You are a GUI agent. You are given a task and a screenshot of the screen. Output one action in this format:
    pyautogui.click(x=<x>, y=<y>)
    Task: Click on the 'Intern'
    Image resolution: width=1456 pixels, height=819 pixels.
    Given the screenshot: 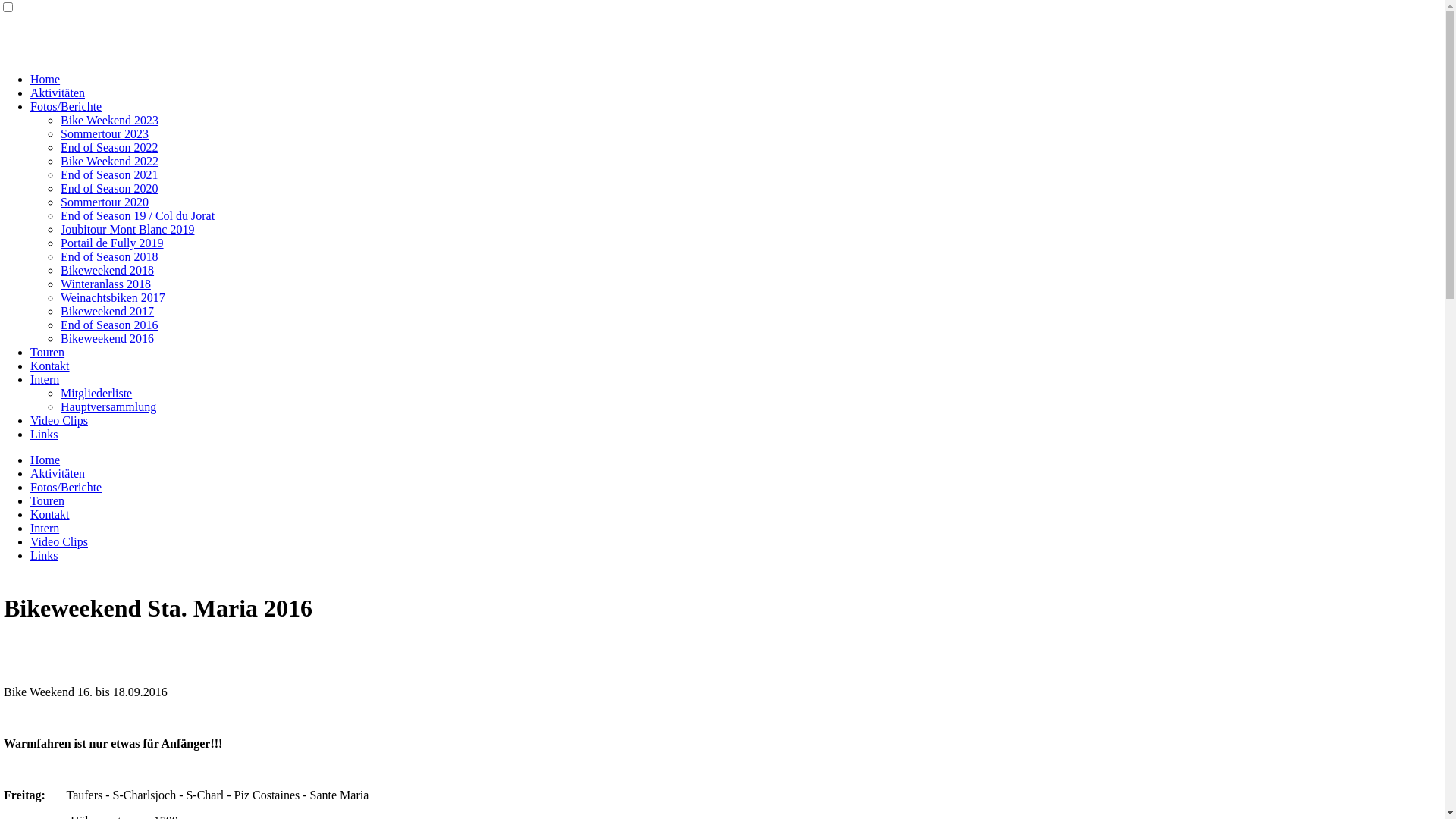 What is the action you would take?
    pyautogui.click(x=44, y=527)
    